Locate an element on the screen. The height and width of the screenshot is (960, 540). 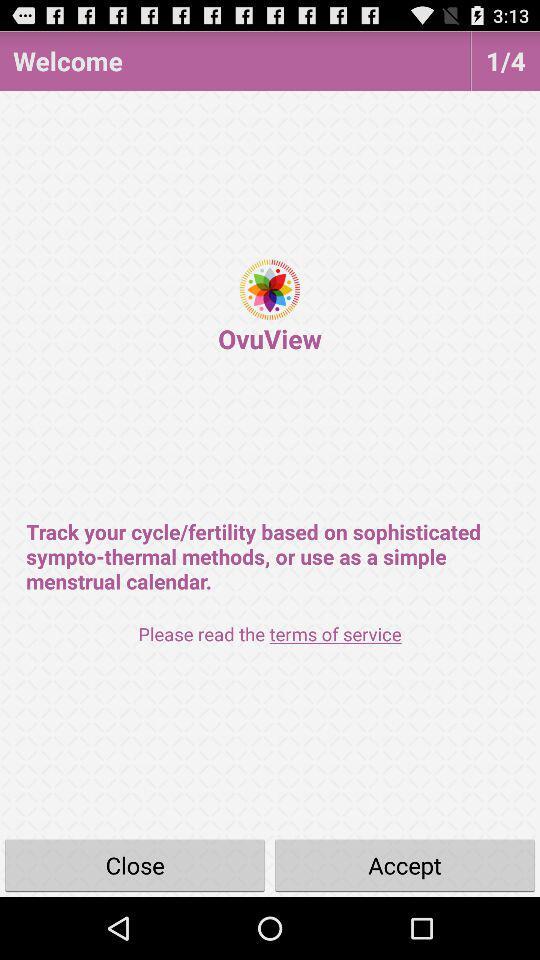
the app below the track your cycle is located at coordinates (270, 633).